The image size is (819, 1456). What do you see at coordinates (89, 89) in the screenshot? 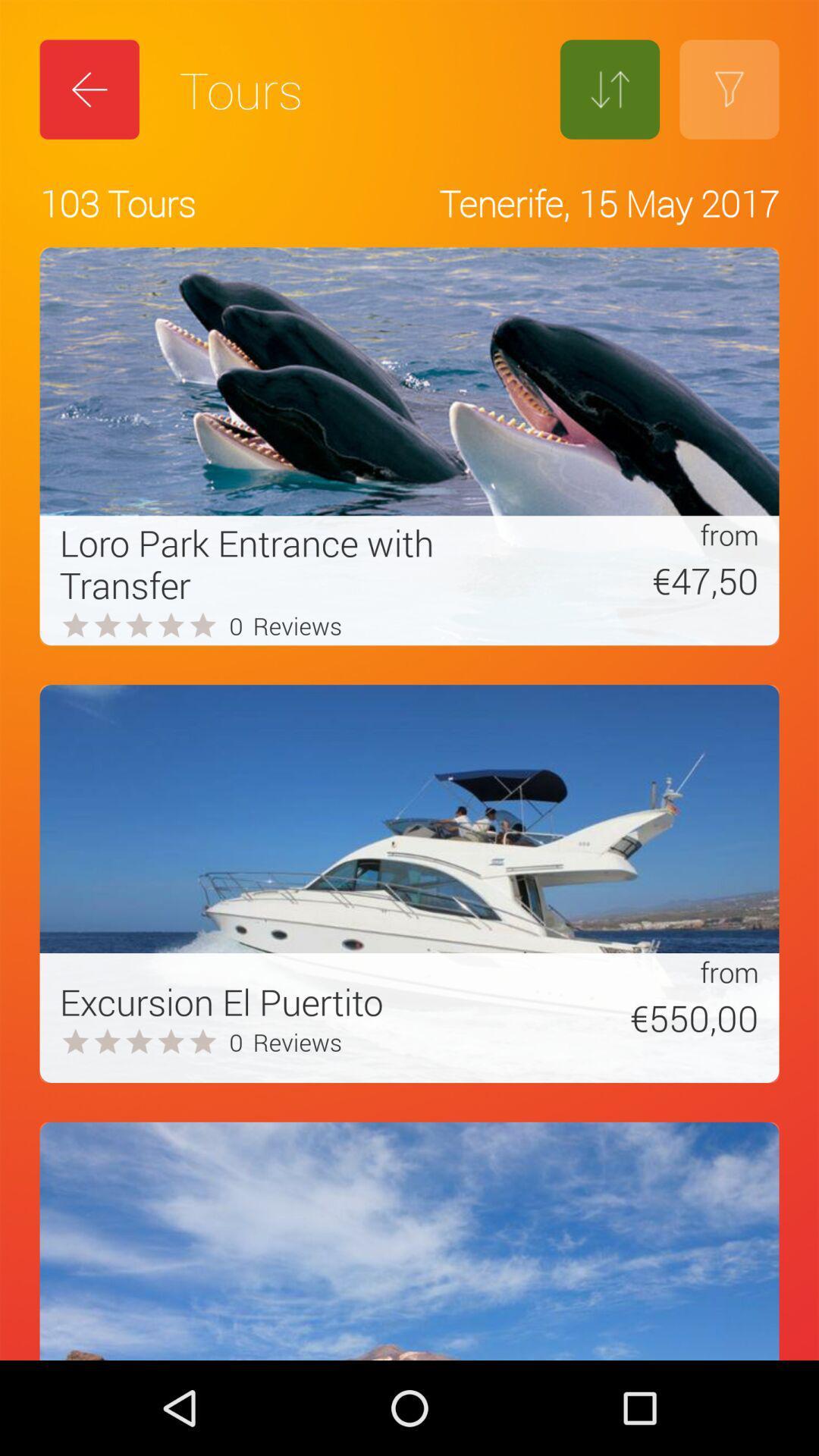
I see `the icon above the 103 tours icon` at bounding box center [89, 89].